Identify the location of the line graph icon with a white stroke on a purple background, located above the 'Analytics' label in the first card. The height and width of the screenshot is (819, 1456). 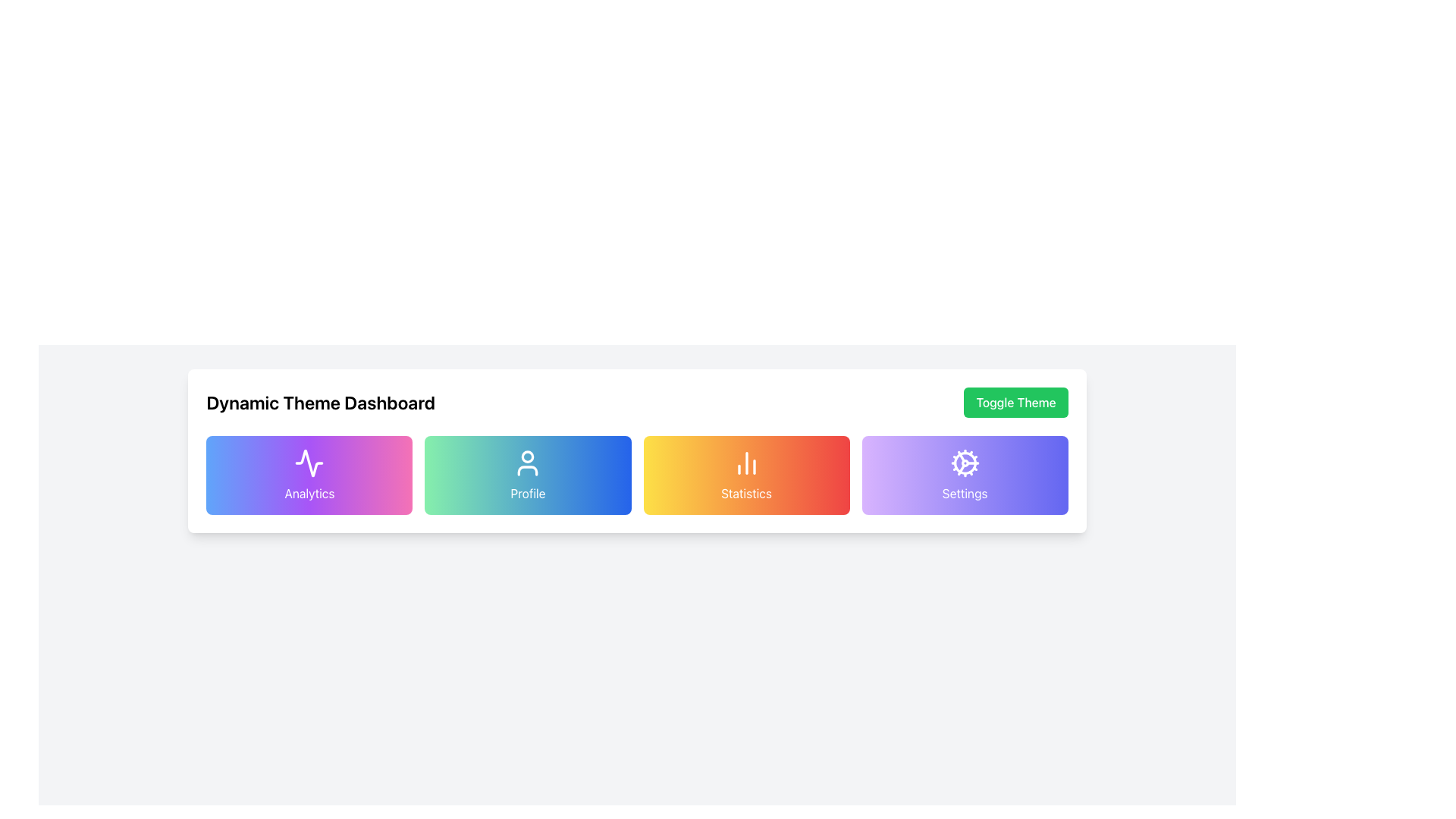
(309, 462).